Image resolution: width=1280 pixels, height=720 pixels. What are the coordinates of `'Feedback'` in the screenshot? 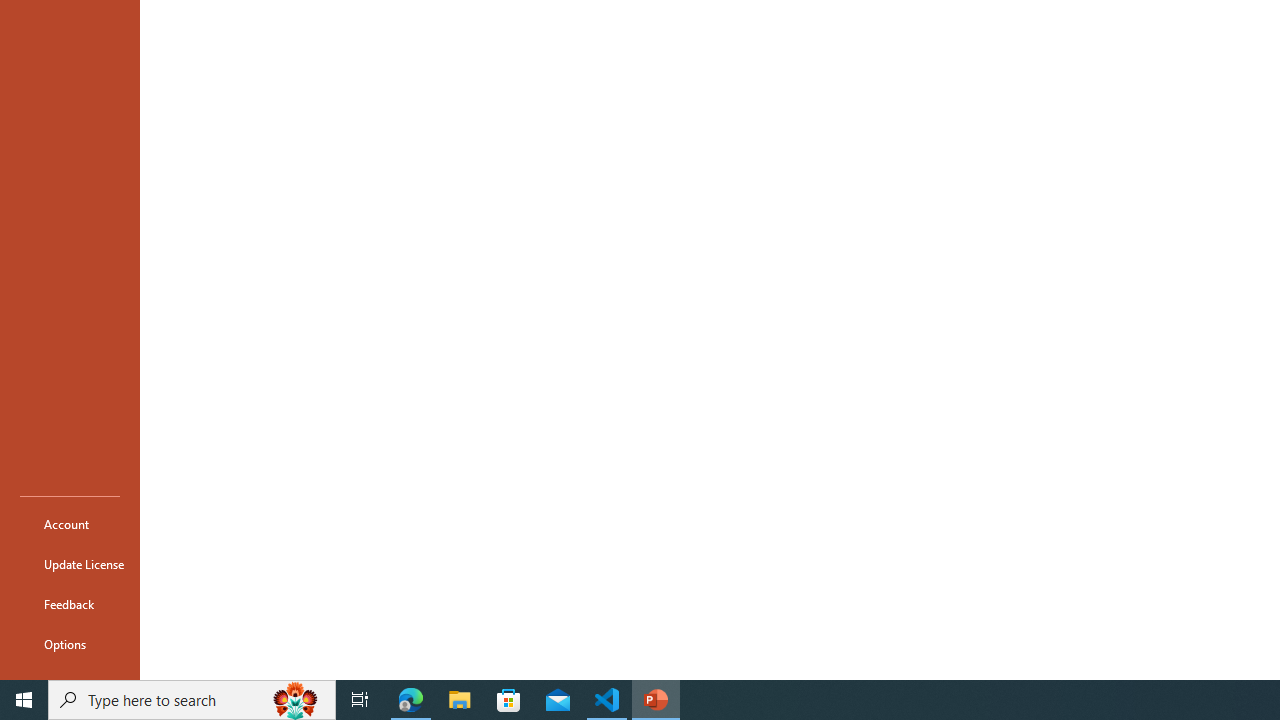 It's located at (69, 603).